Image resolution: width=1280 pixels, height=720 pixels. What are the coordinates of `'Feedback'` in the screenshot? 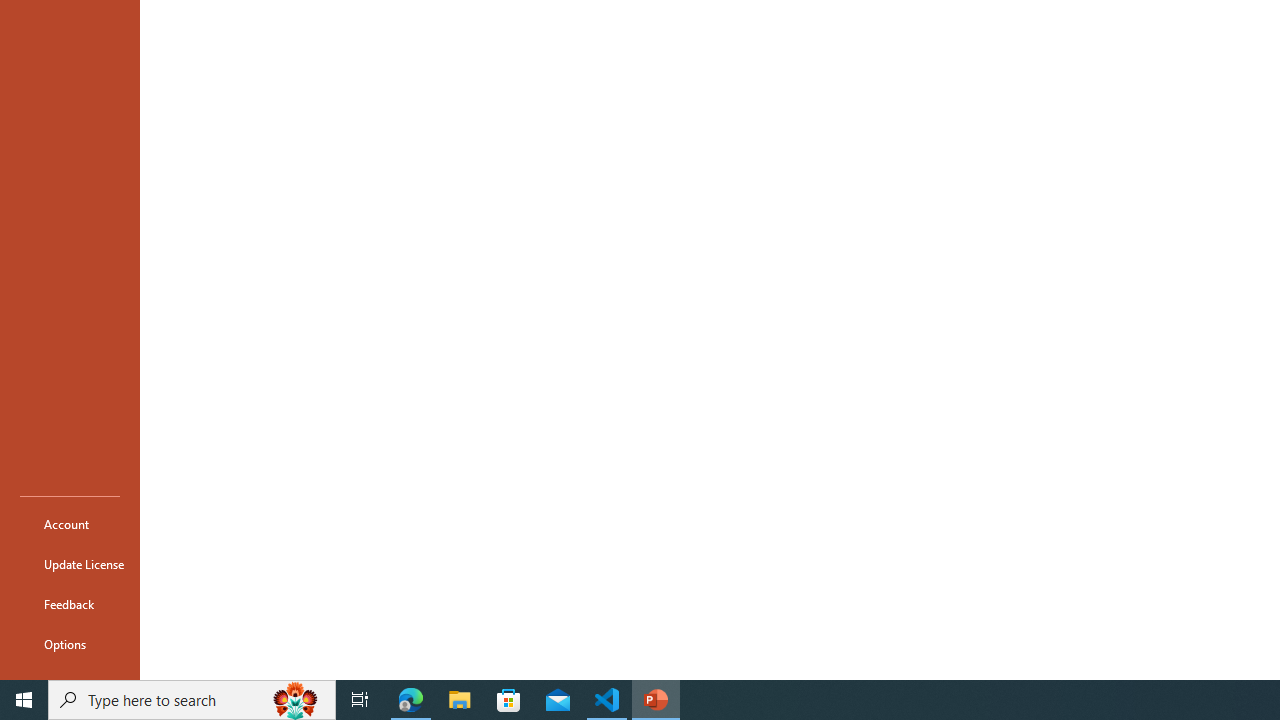 It's located at (69, 603).